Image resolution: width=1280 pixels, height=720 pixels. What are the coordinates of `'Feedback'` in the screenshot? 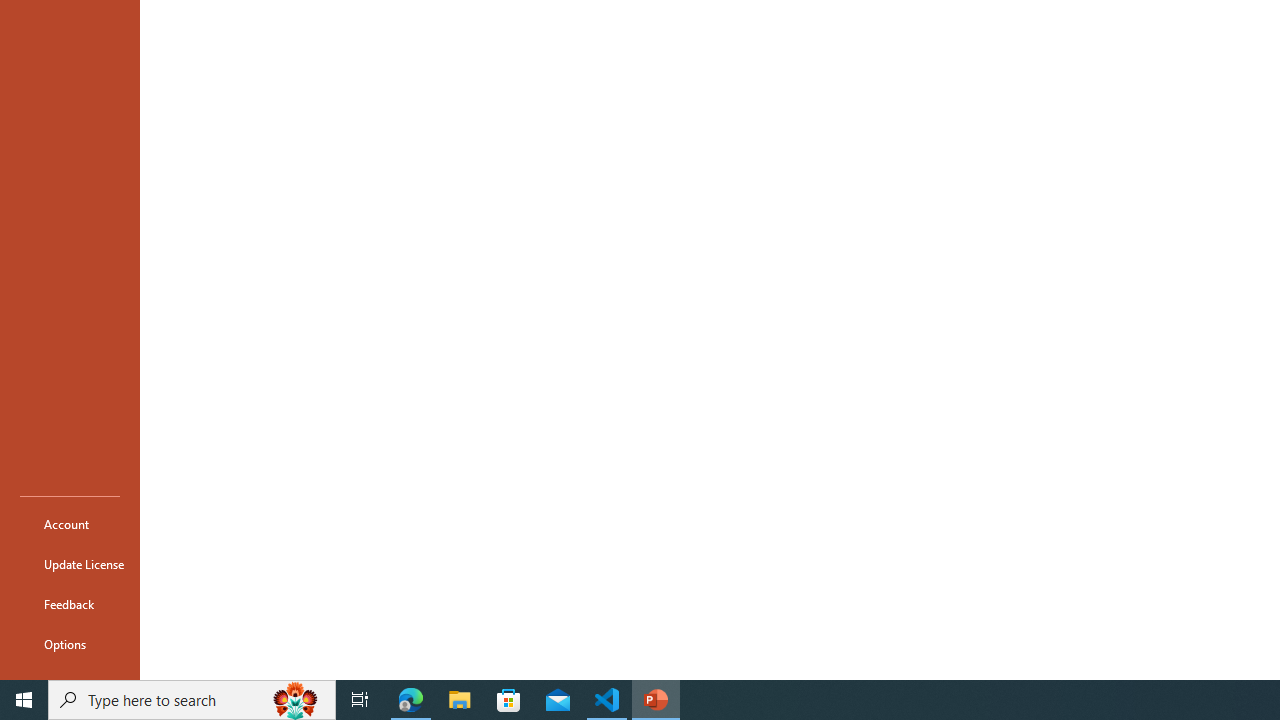 It's located at (69, 603).